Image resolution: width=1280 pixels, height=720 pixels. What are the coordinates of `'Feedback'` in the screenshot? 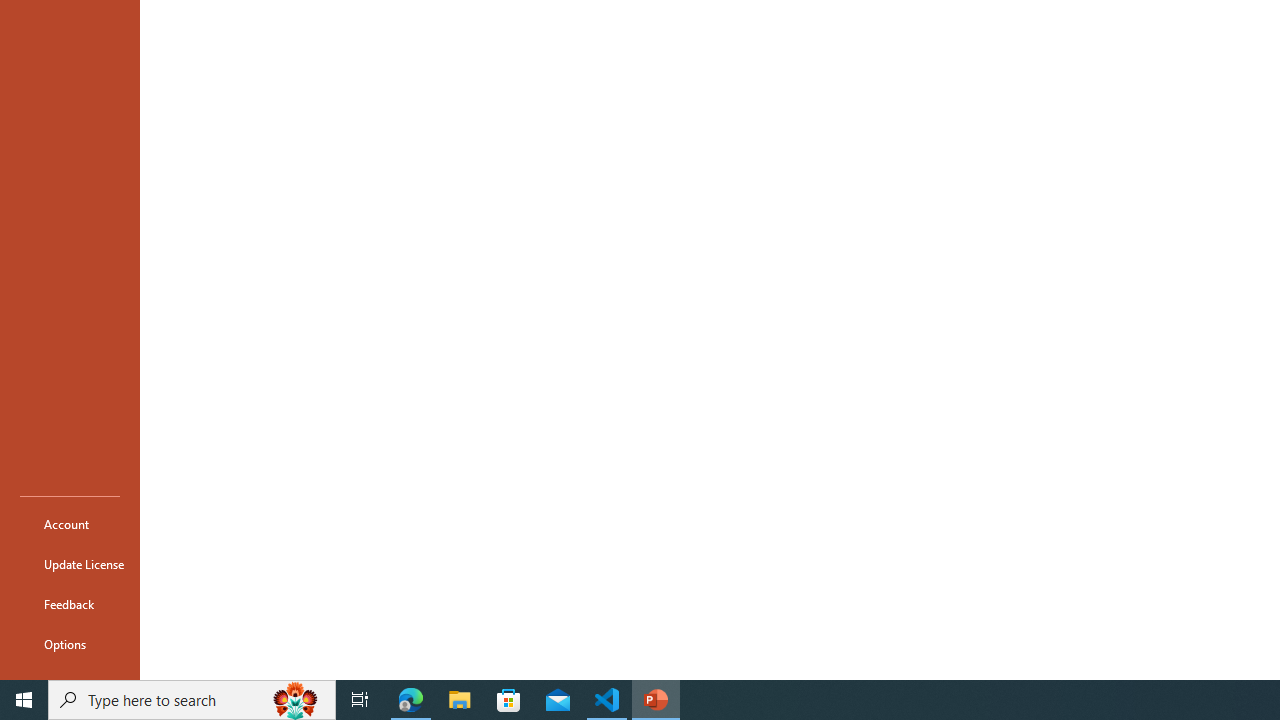 It's located at (69, 603).